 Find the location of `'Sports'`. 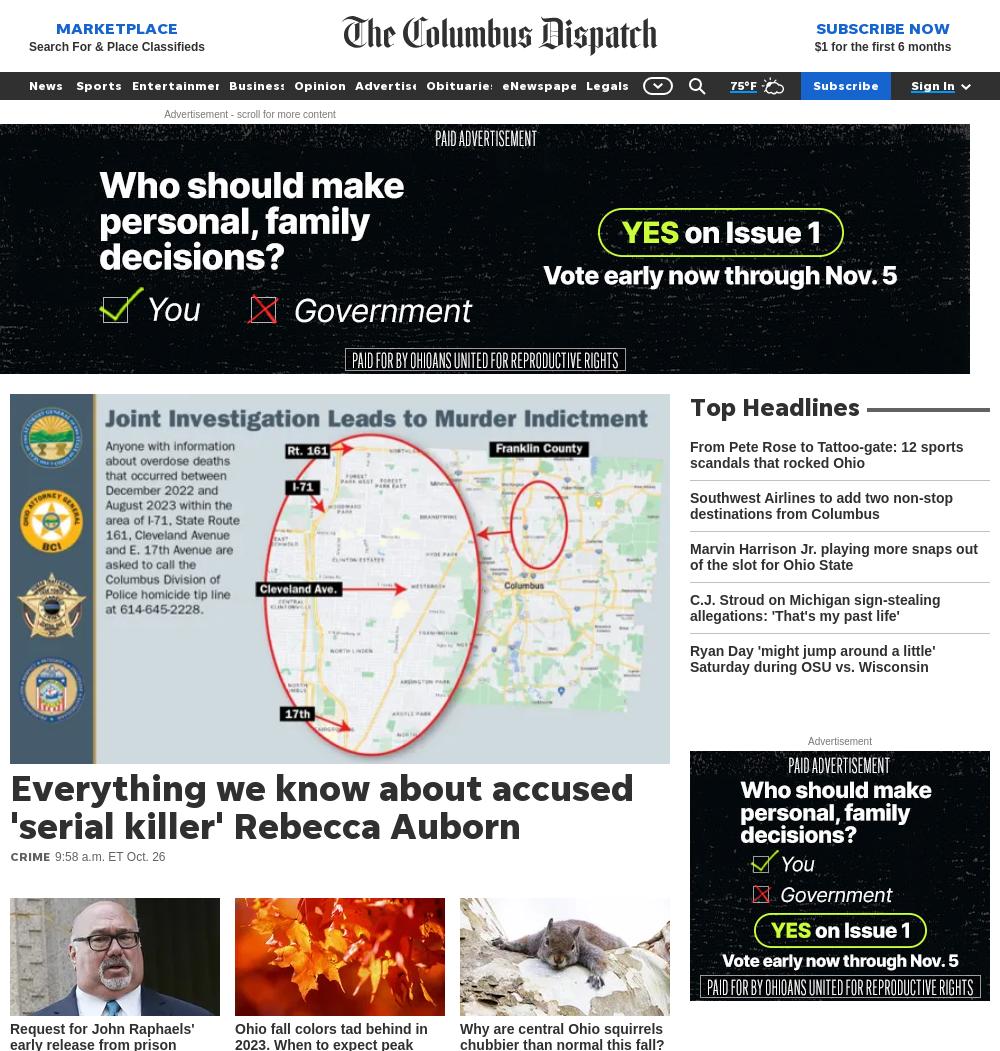

'Sports' is located at coordinates (97, 85).